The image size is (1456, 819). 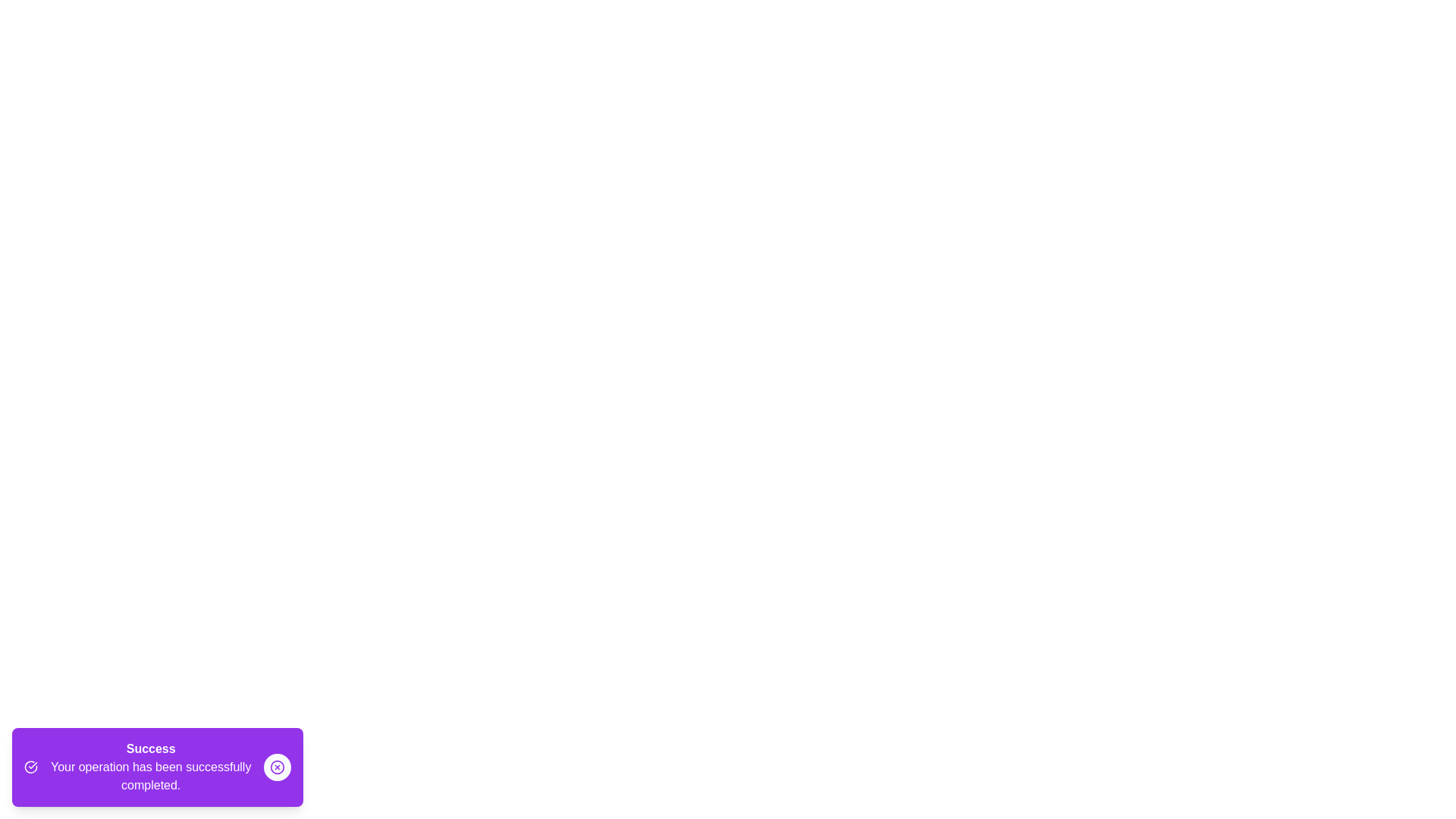 I want to click on the icons within the snackbar, so click(x=31, y=767).